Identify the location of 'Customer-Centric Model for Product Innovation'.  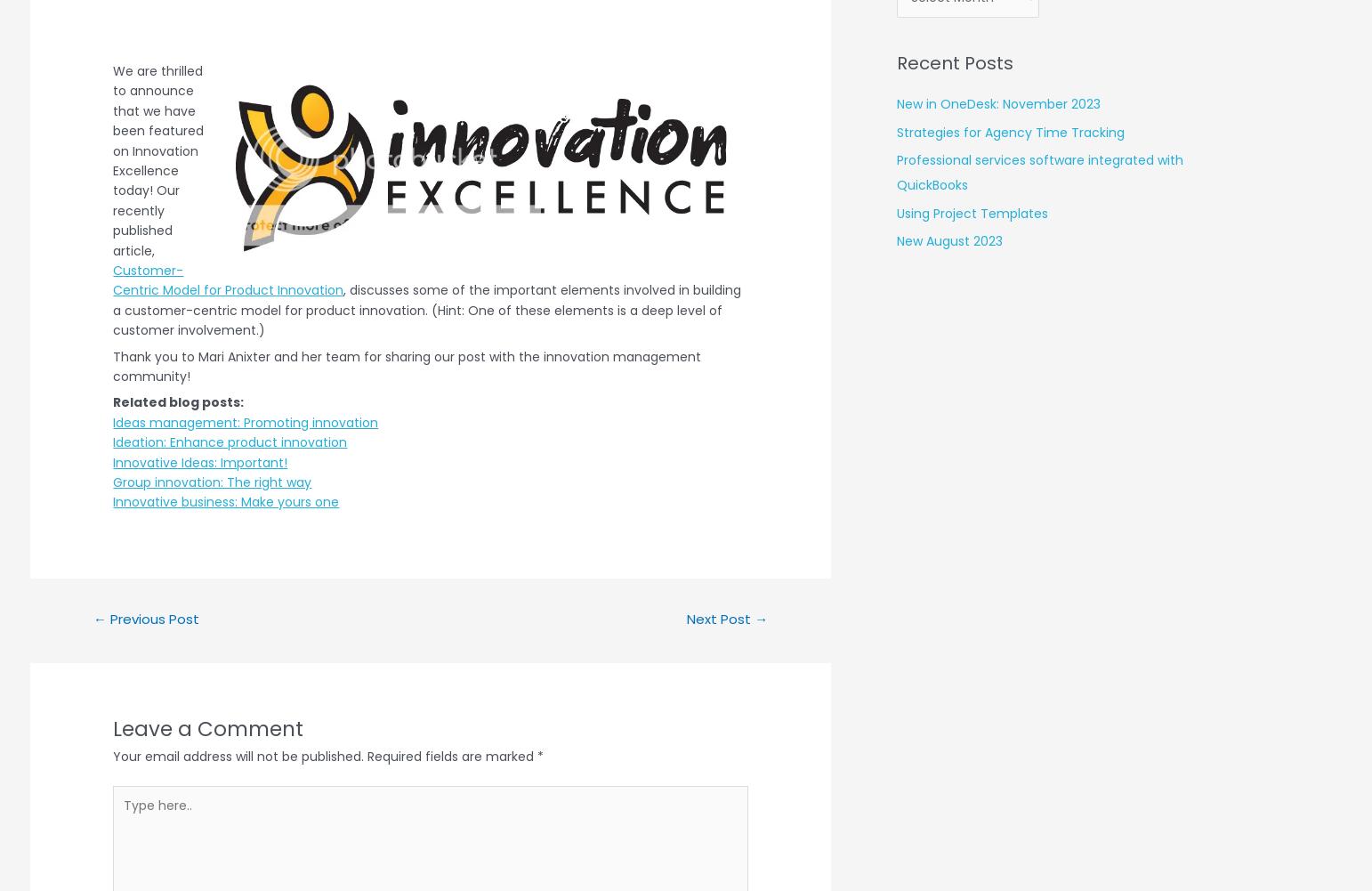
(227, 279).